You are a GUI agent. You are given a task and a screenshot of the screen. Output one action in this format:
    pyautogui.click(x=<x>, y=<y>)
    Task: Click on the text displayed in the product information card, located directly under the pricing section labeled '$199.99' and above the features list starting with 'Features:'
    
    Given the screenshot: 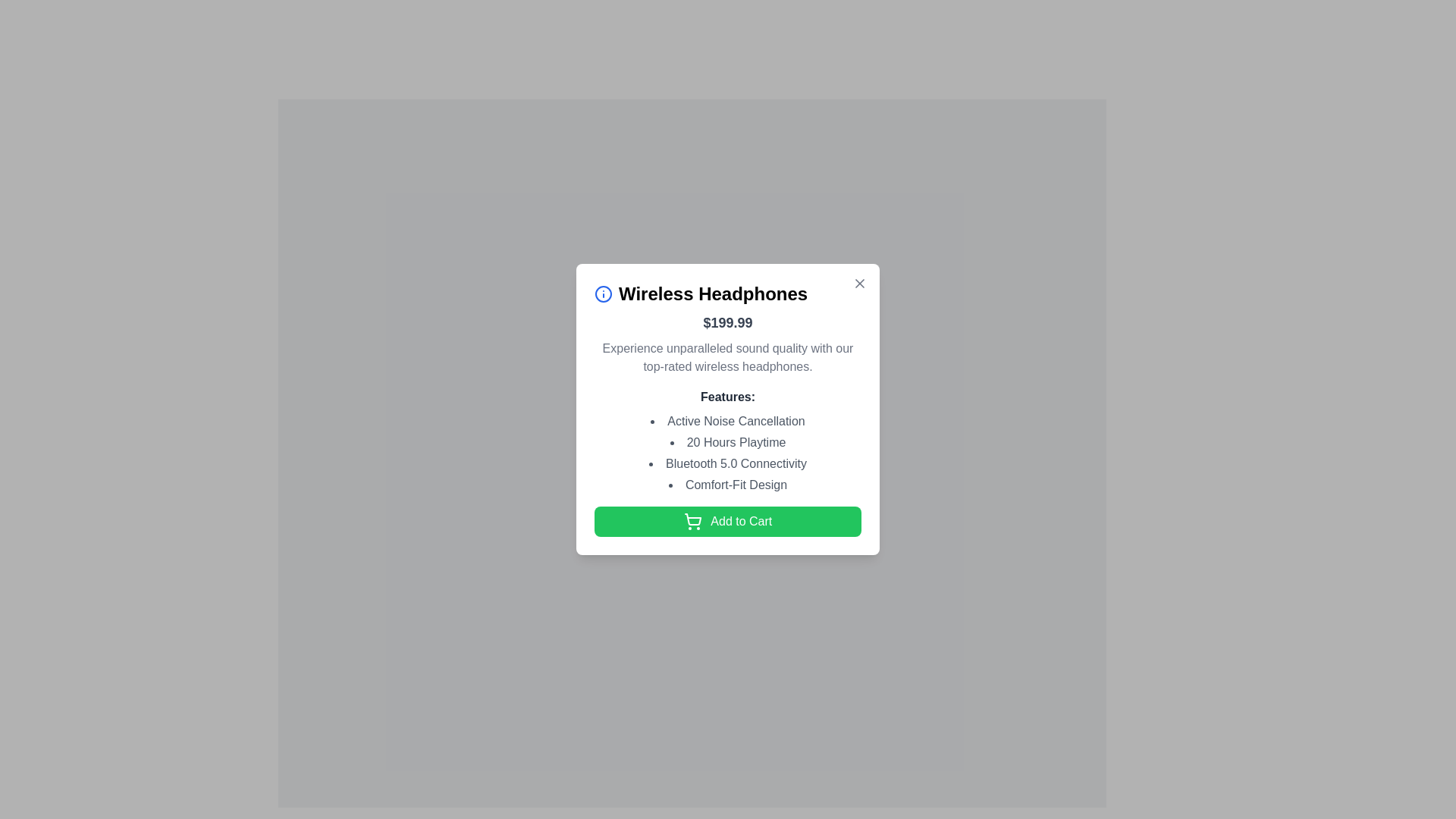 What is the action you would take?
    pyautogui.click(x=728, y=356)
    